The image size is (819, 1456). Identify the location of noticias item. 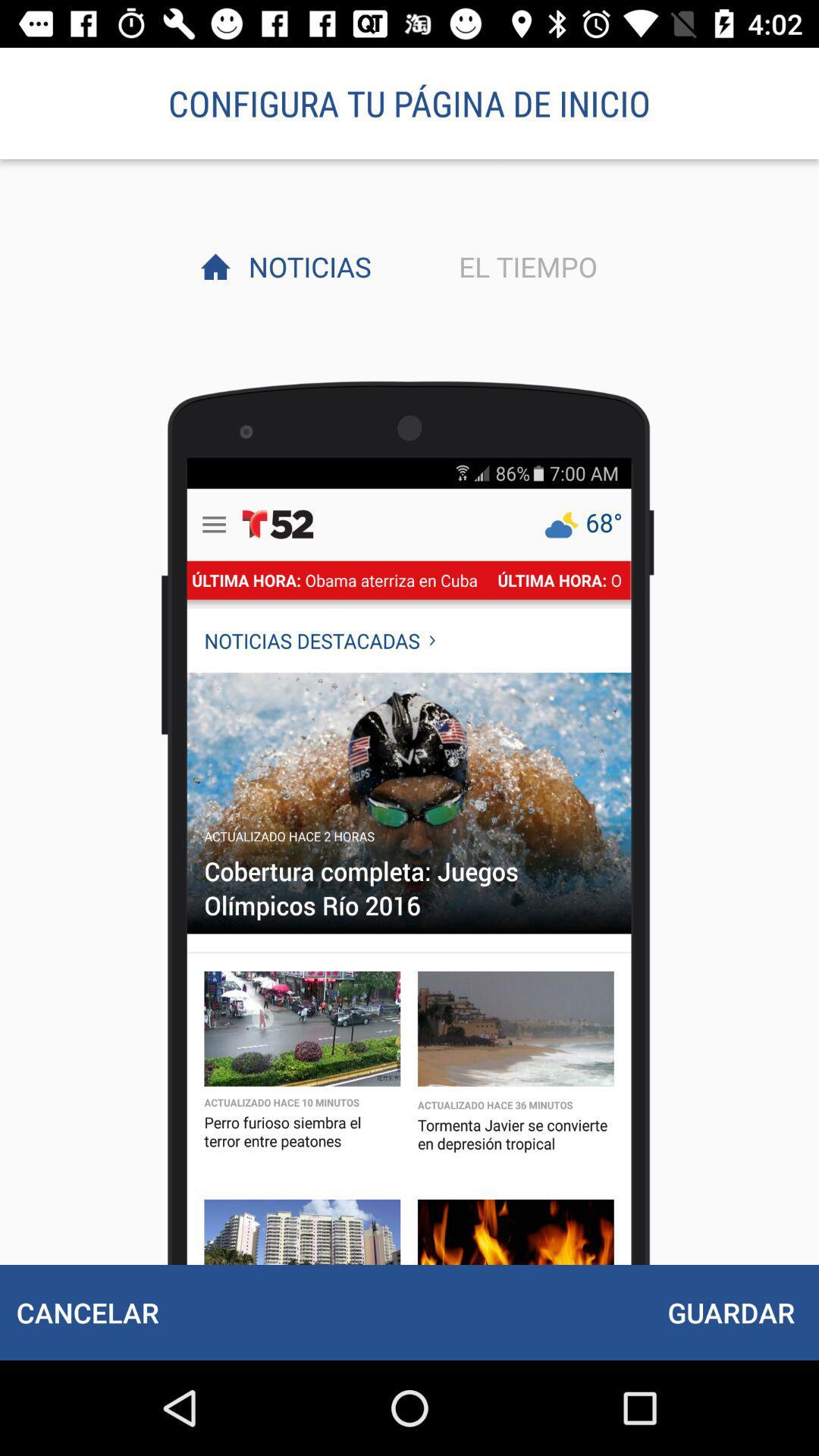
(306, 266).